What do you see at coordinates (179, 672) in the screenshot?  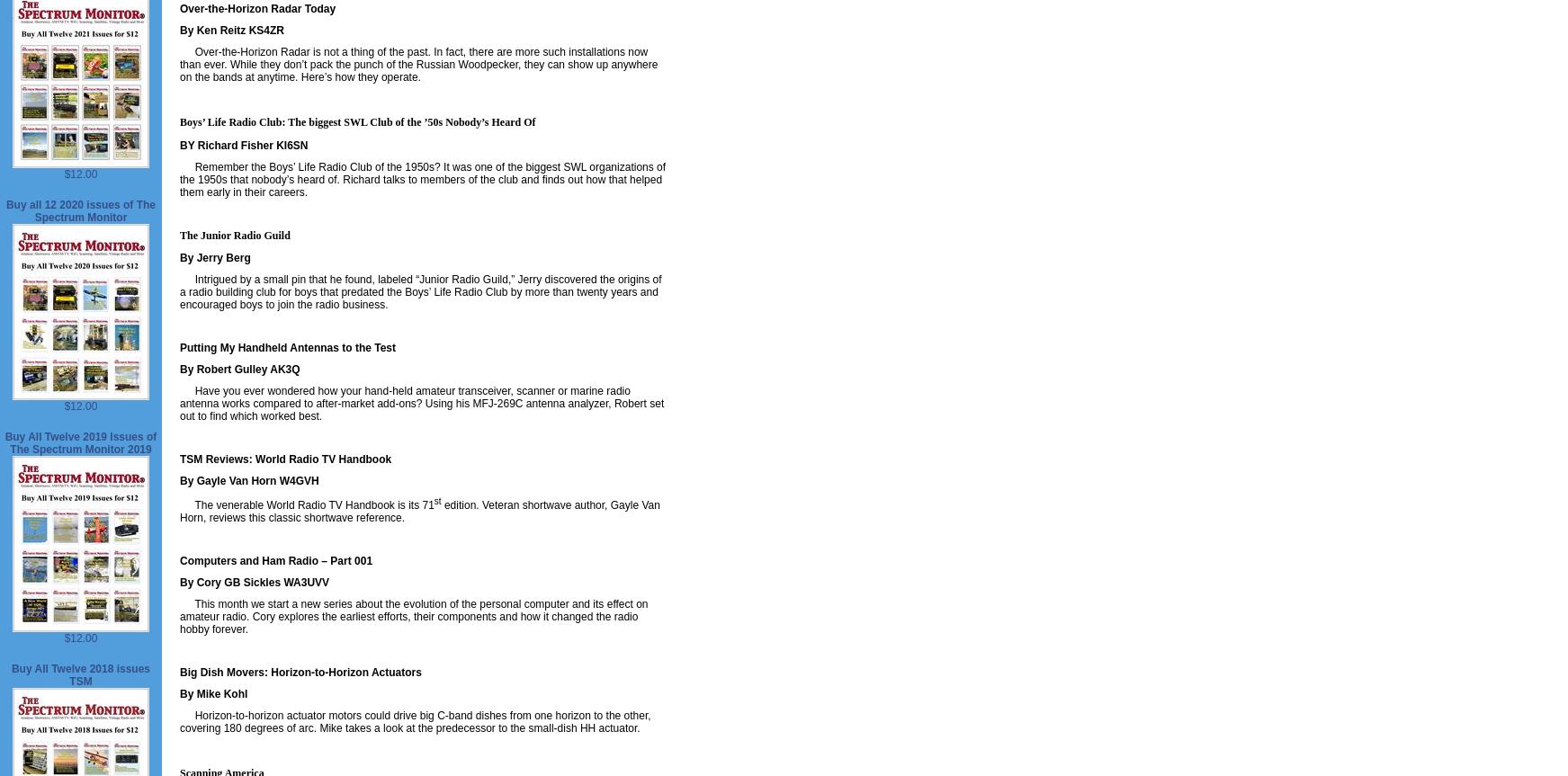 I see `'Big Dish Movers:
Horizon-to-Horizon Actuators'` at bounding box center [179, 672].